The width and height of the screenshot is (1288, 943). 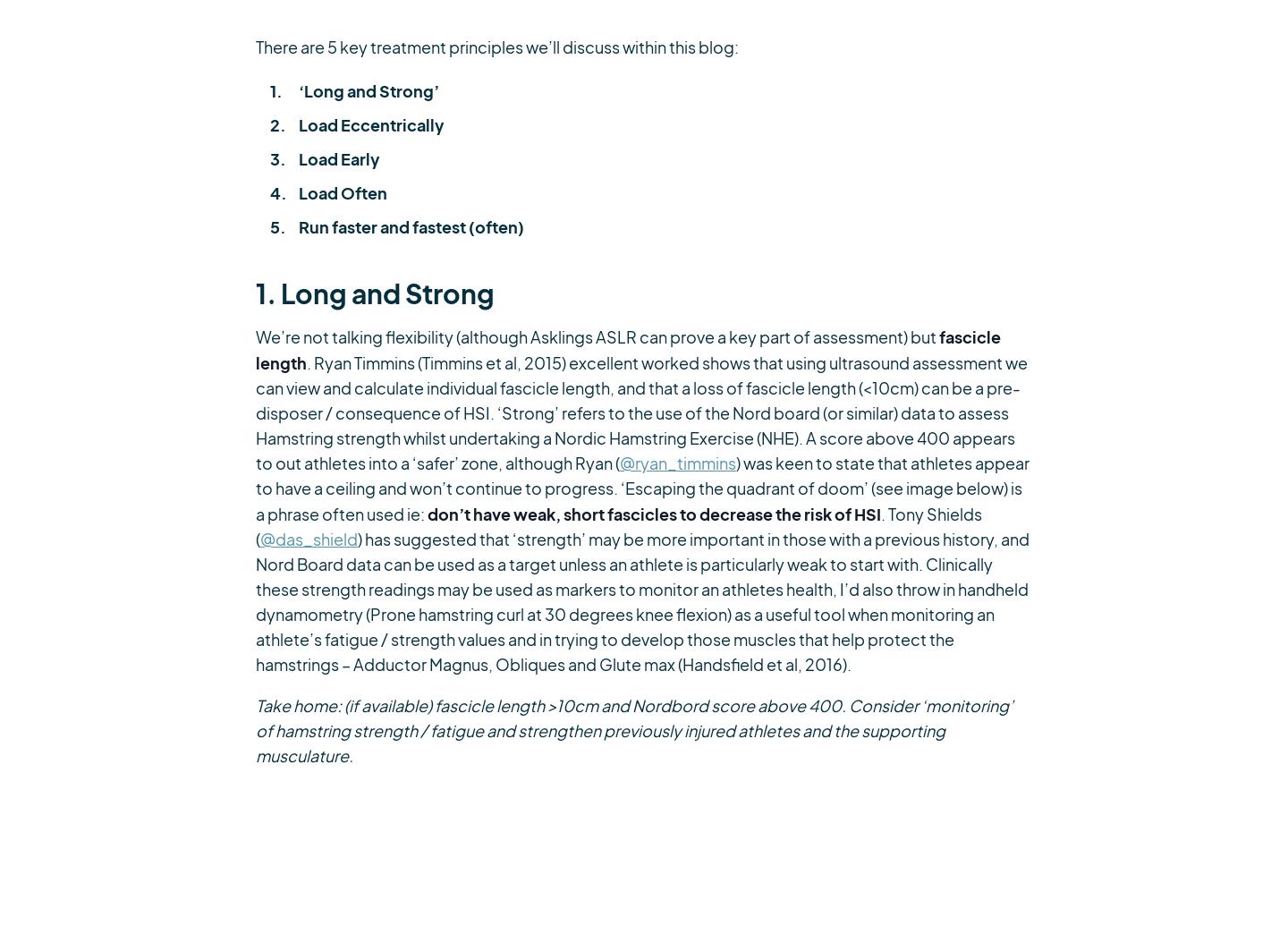 I want to click on '. Ryan Timmins (Timmins et al, 2015) excellent worked shows that using ultrasound assessment we can view and calculate individual fascicle length, and that a loss of fascicle length (<10cm) can be a pre-disposer / consequence of HSI. ‘Strong’ refers to the use of the Nord board (or similar) data to assess Hamstring strength whilst undertaking a Nordic Hamstring Exercise (NHE). A score above 400 appears to out athletes into a ‘safer’ zone, although Ryan (', so click(x=254, y=412).